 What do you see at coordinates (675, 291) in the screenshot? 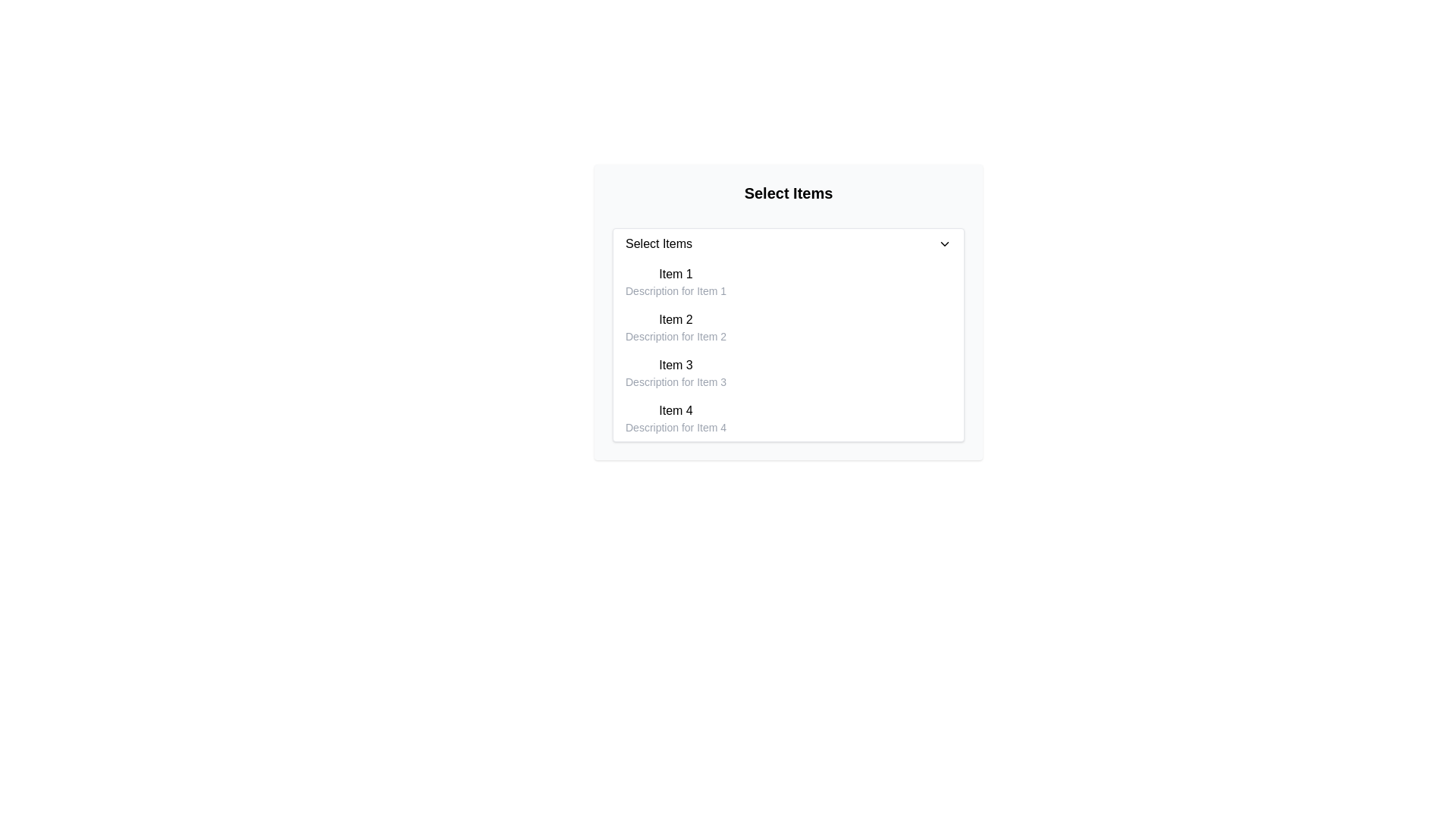
I see `text label that reads 'Description for Item 1,' which is styled in gray and located directly underneath the bold text 'Item 1.'` at bounding box center [675, 291].